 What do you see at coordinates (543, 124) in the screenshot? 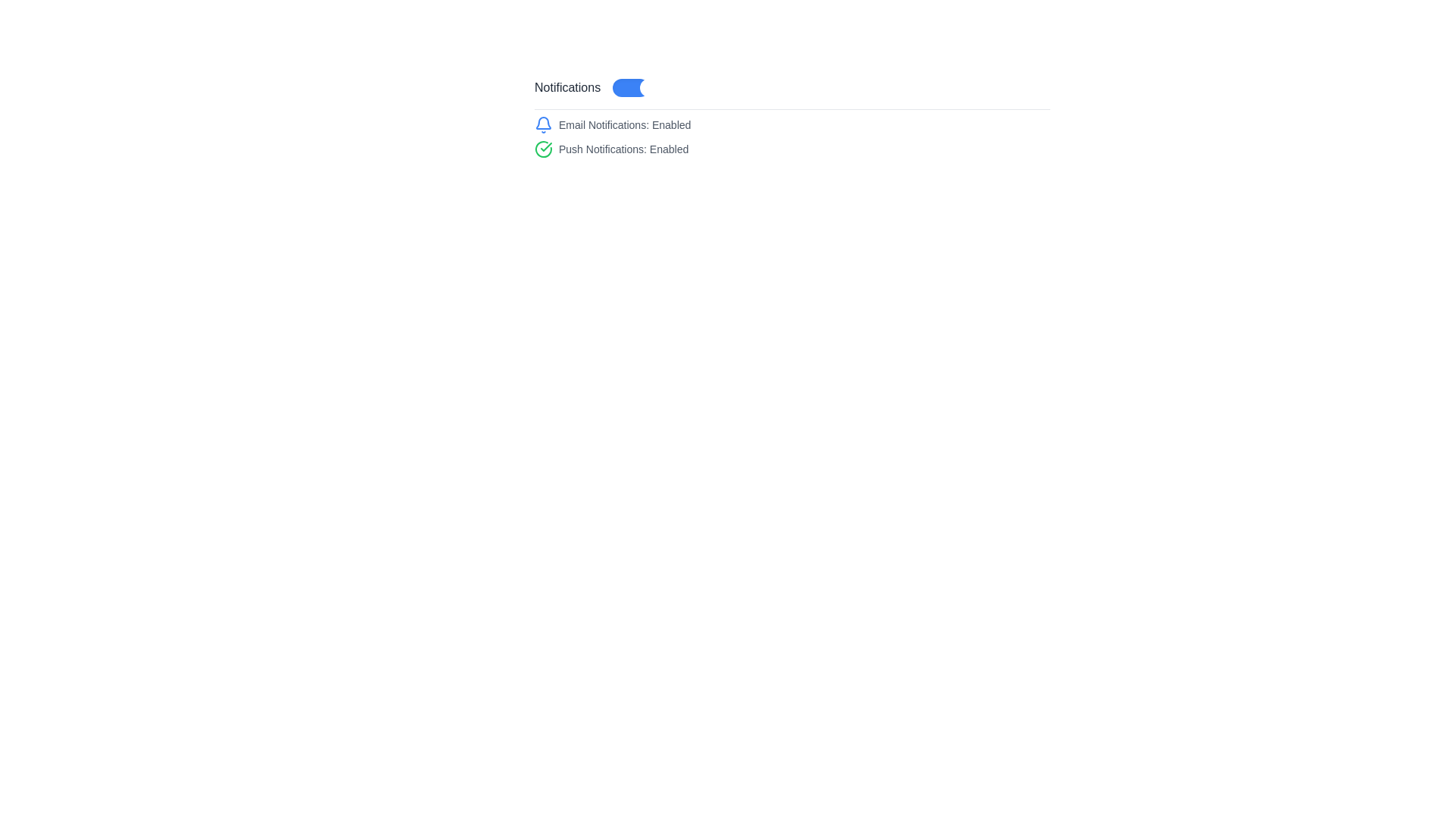
I see `the email notification icon, which visually indicates email notification settings and is located below the 'Notifications' toggle, in front of the text 'Email Notifications: Enabled'` at bounding box center [543, 124].